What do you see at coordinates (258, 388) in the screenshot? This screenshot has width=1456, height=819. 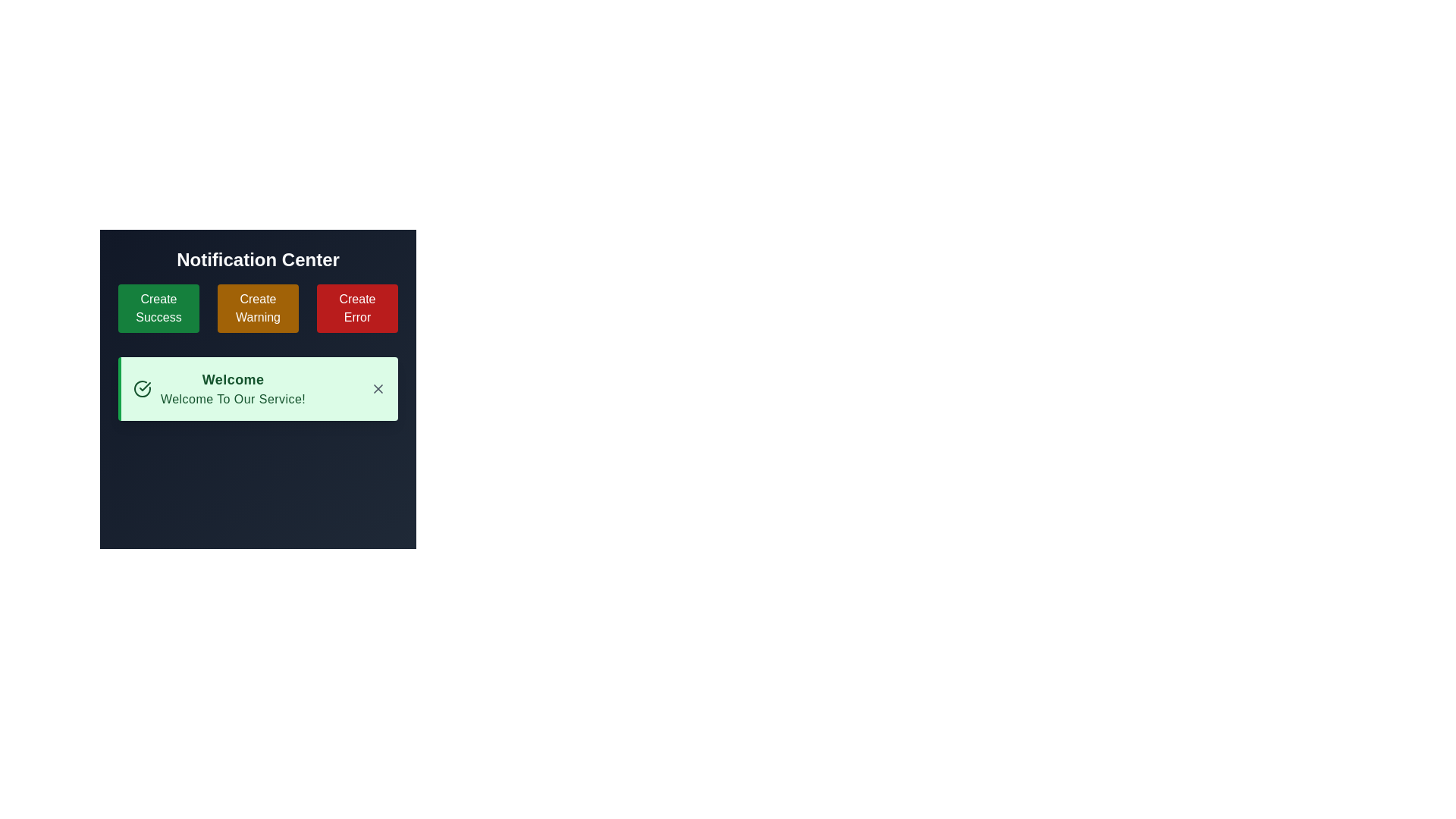 I see `the white notification box displaying the title 'Welcome' and the message 'Welcome to our service!' located in the bottom half of the 'Notification Center'` at bounding box center [258, 388].